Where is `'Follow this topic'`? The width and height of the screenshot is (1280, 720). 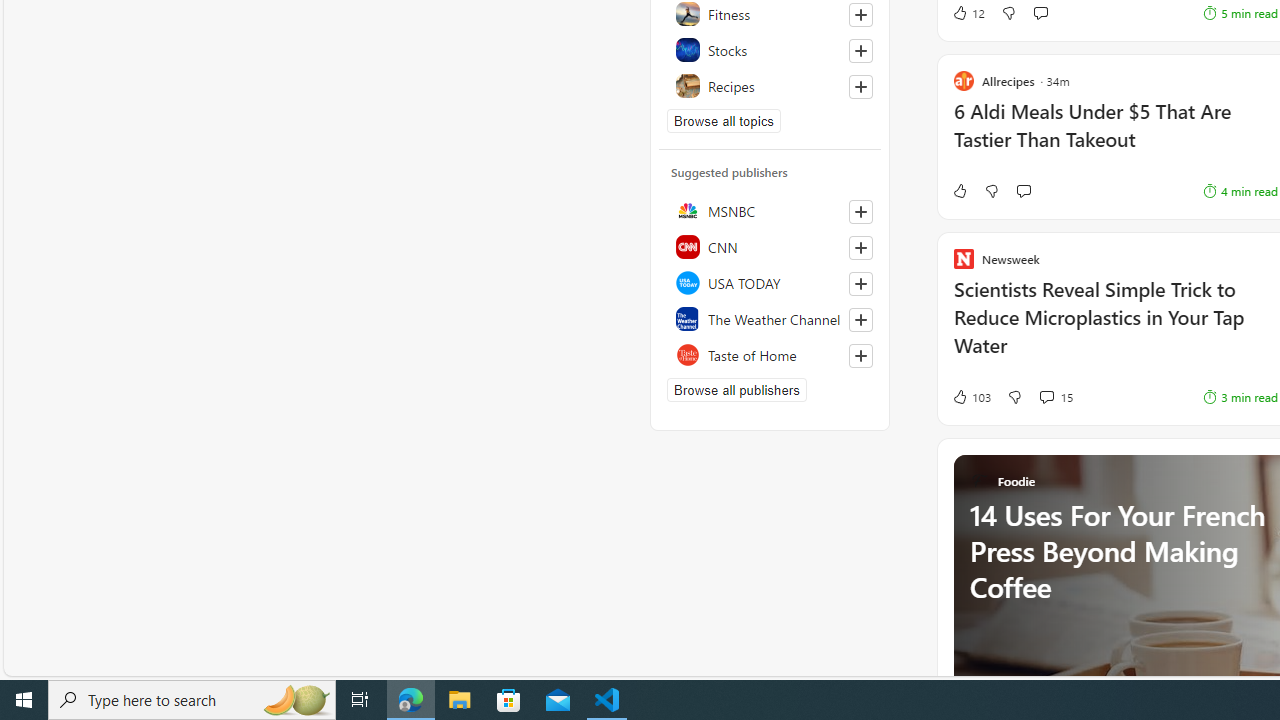
'Follow this topic' is located at coordinates (860, 86).